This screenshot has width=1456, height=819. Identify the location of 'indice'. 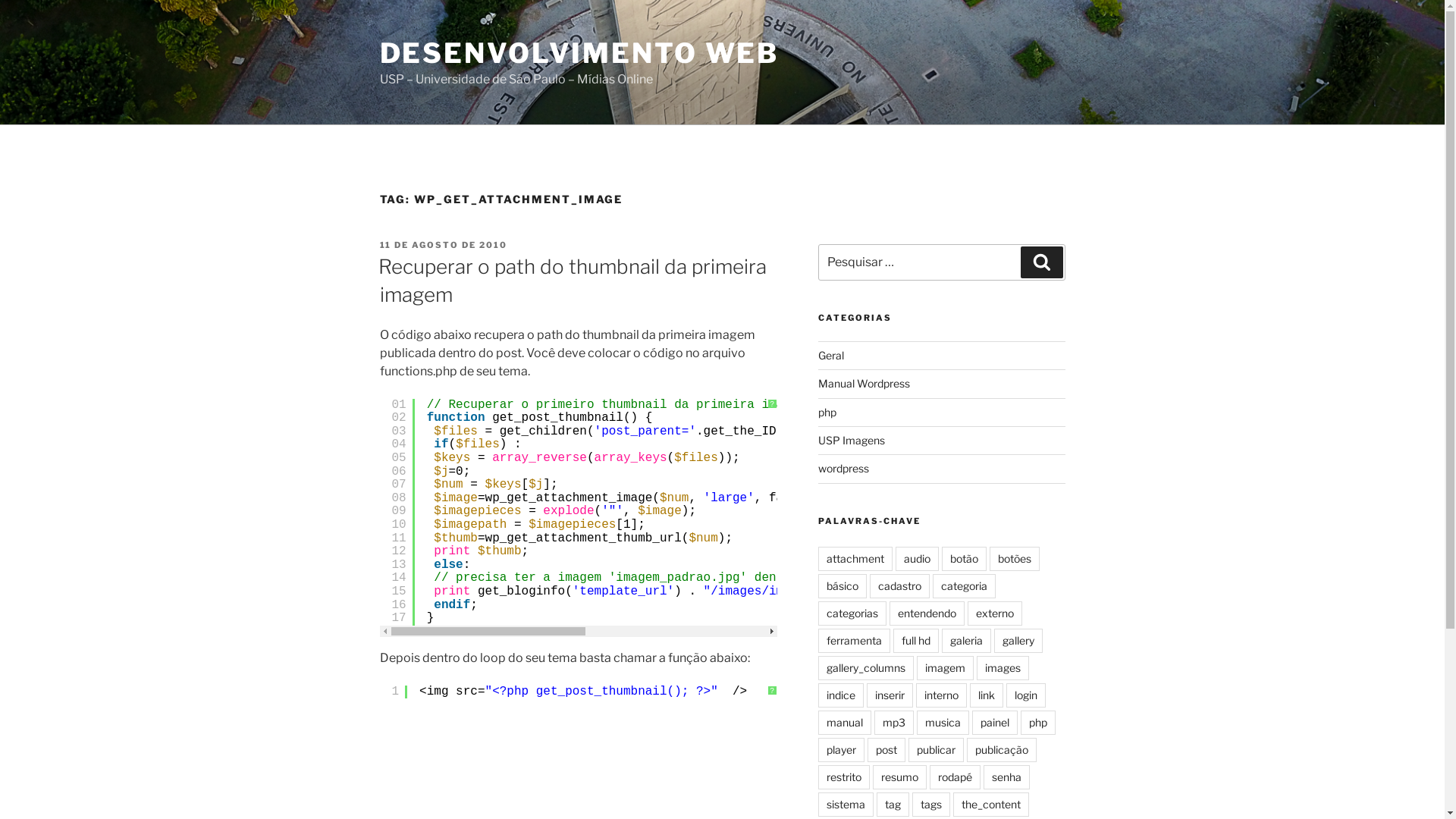
(839, 695).